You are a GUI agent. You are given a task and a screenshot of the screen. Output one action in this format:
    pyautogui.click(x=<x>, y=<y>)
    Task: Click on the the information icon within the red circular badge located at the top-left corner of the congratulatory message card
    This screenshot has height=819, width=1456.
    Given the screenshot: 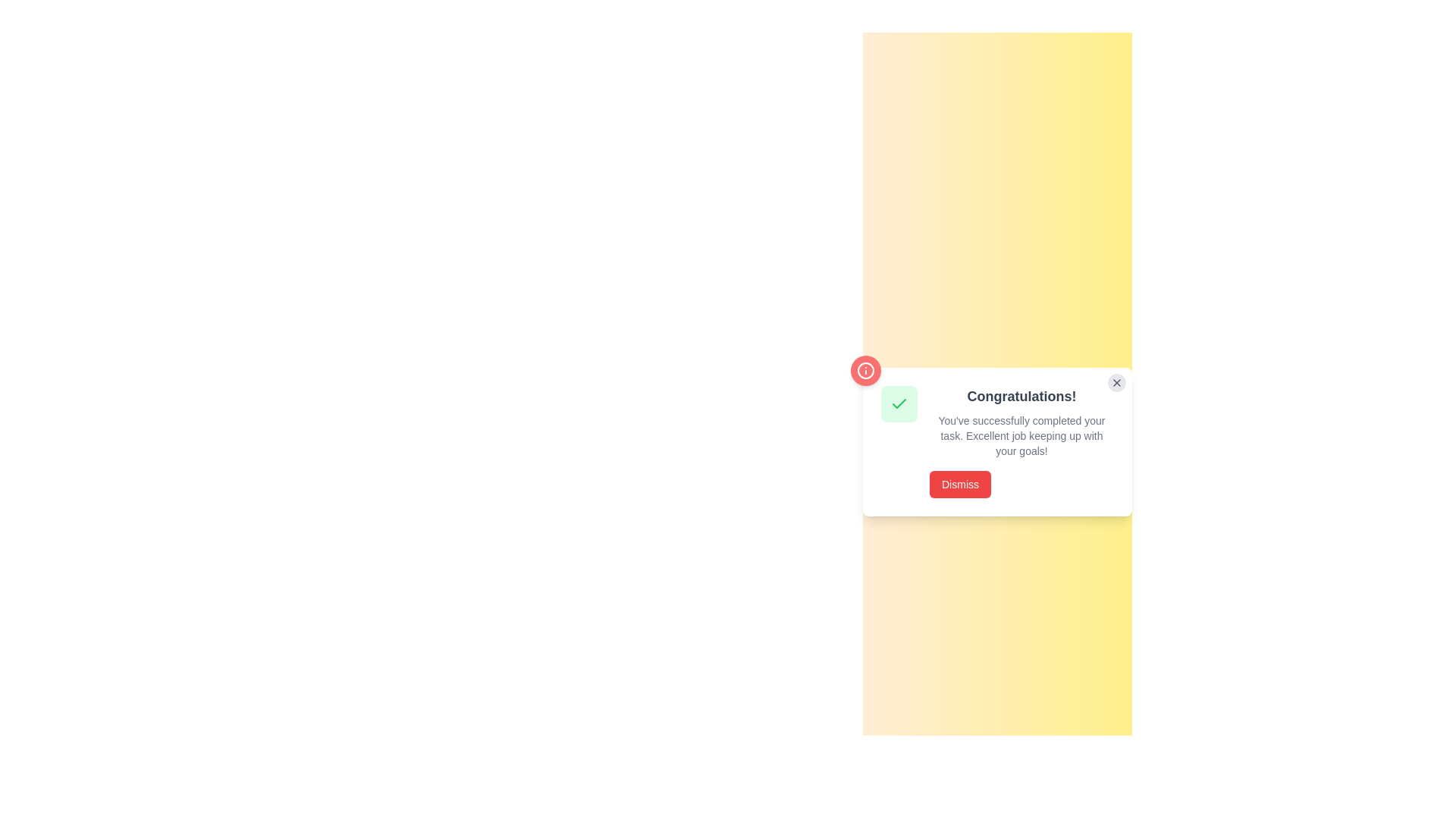 What is the action you would take?
    pyautogui.click(x=866, y=371)
    